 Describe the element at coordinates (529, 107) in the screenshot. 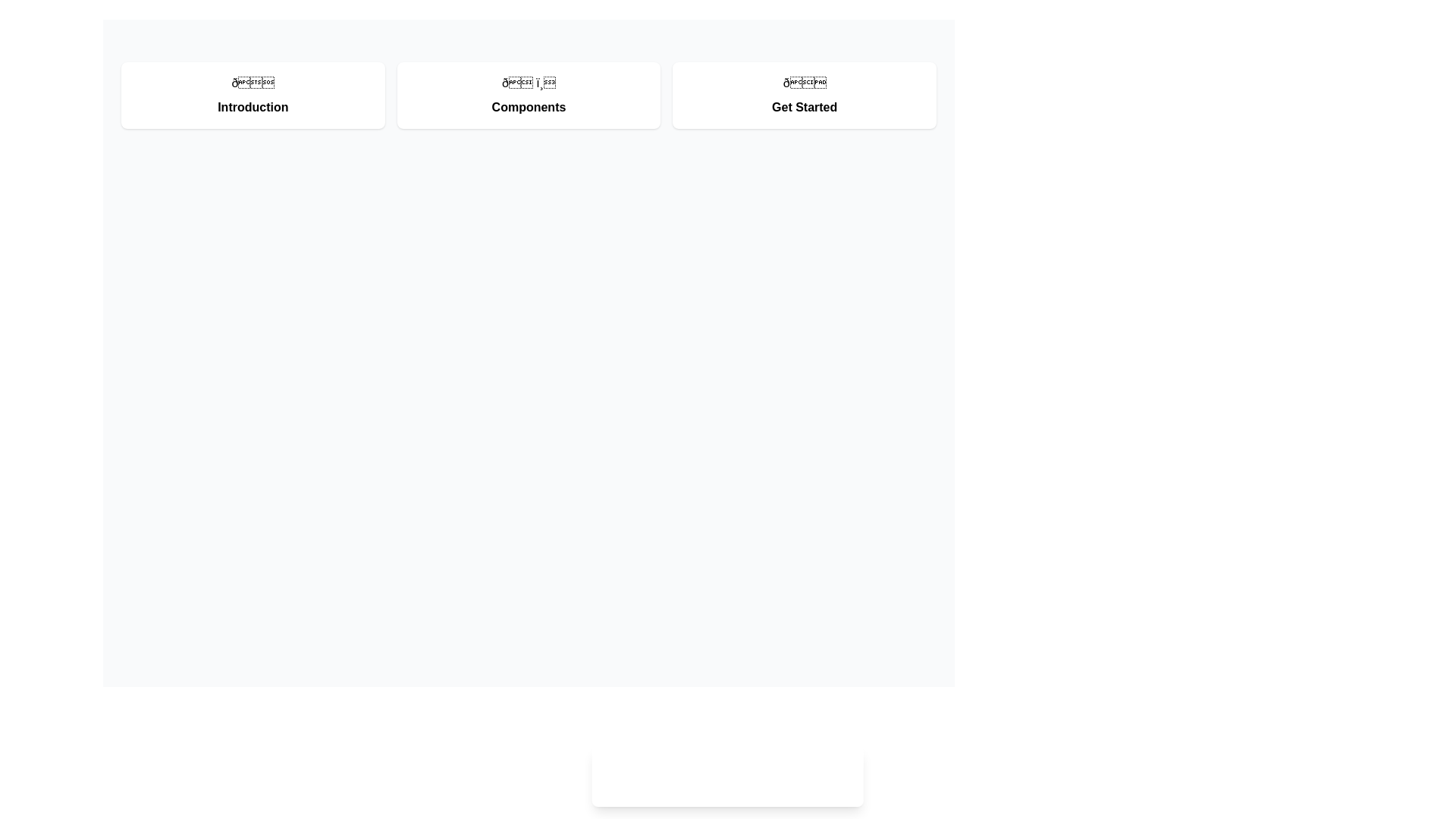

I see `the bold text label containing the word 'Components', which is positioned centrally at the bottom of the second card from the left` at that location.